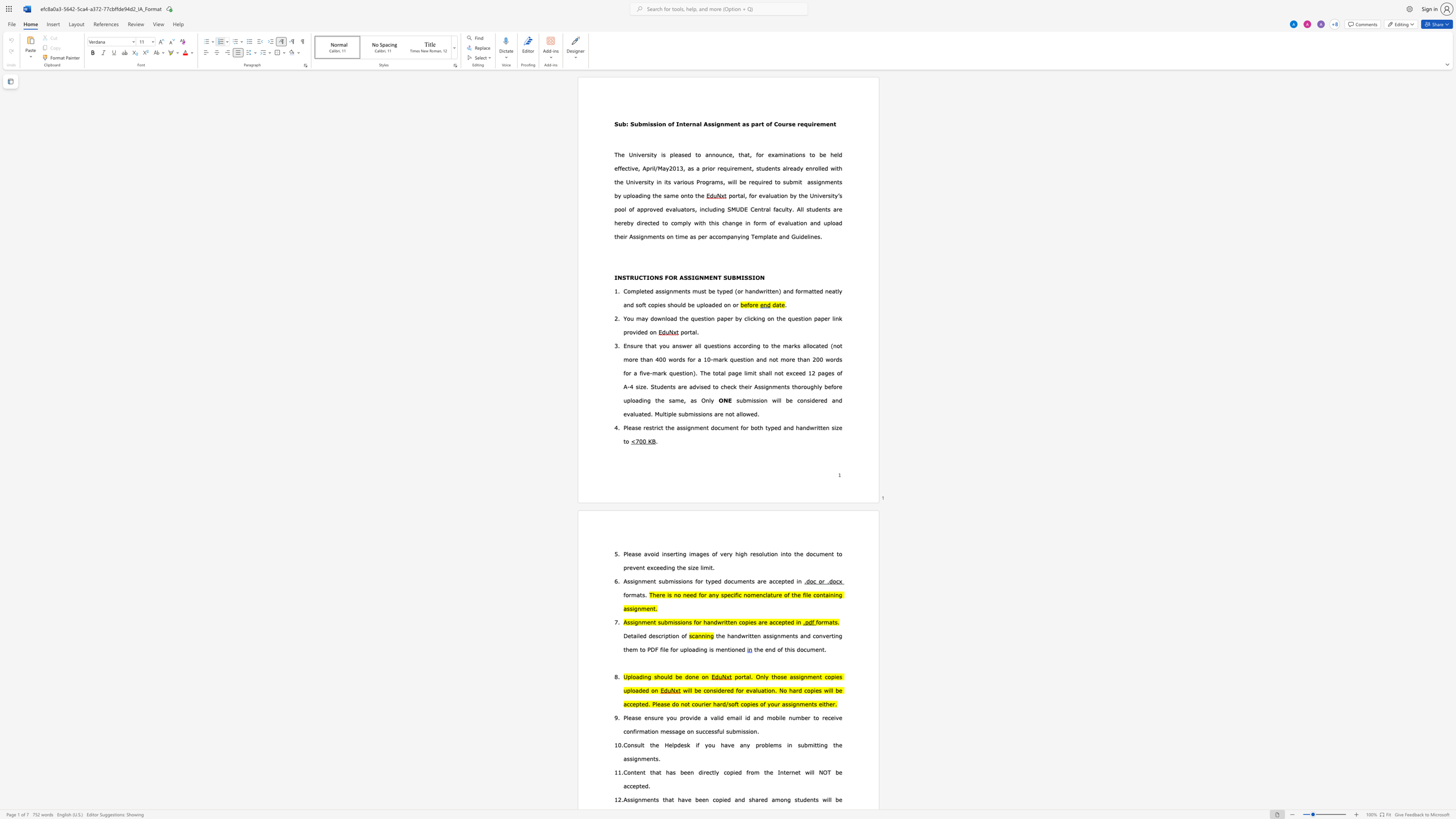 The height and width of the screenshot is (819, 1456). I want to click on the space between the continuous character "e" and "n" in the text, so click(649, 580).